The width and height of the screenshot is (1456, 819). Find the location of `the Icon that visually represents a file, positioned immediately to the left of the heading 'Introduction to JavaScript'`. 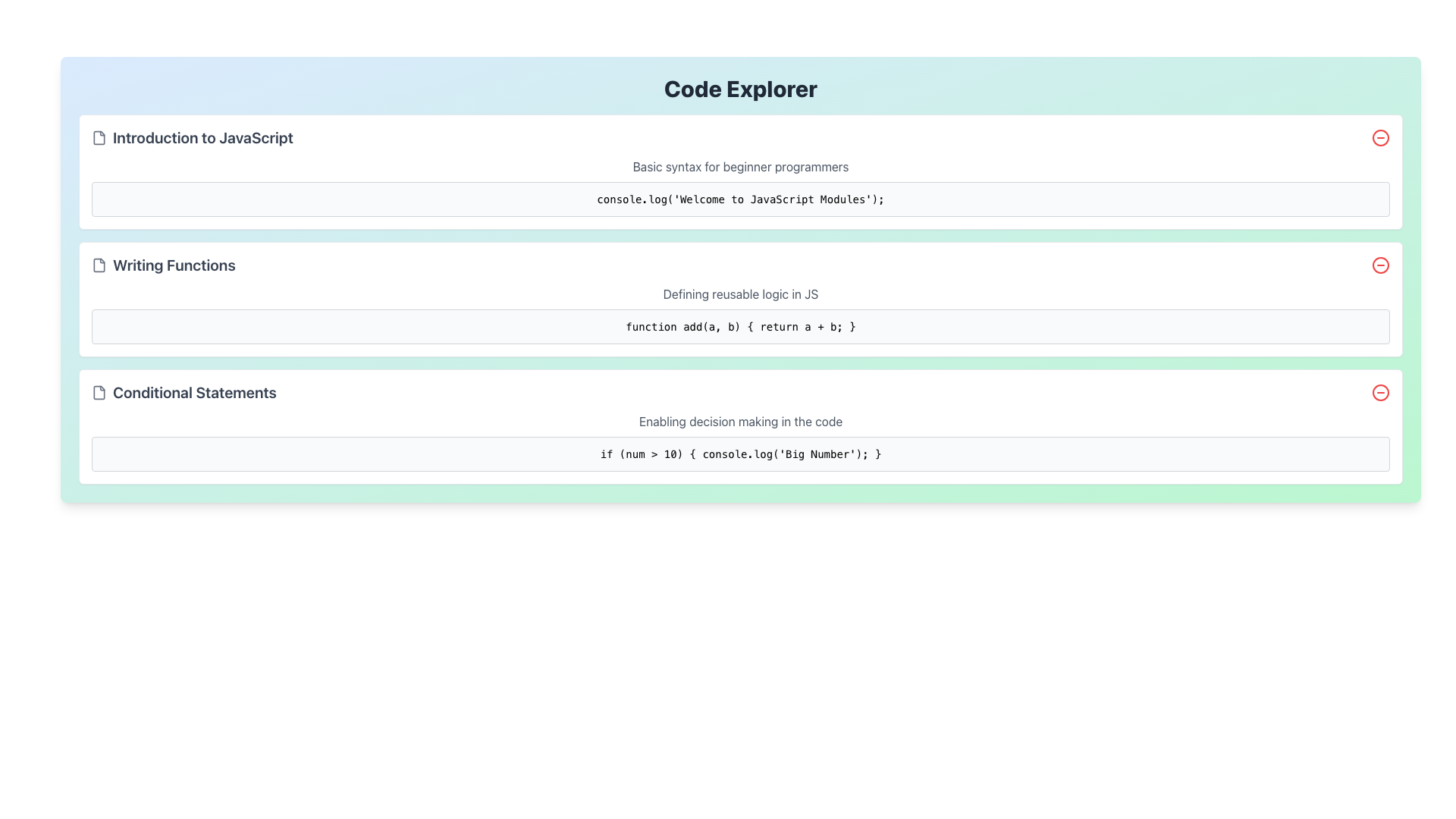

the Icon that visually represents a file, positioned immediately to the left of the heading 'Introduction to JavaScript' is located at coordinates (98, 137).